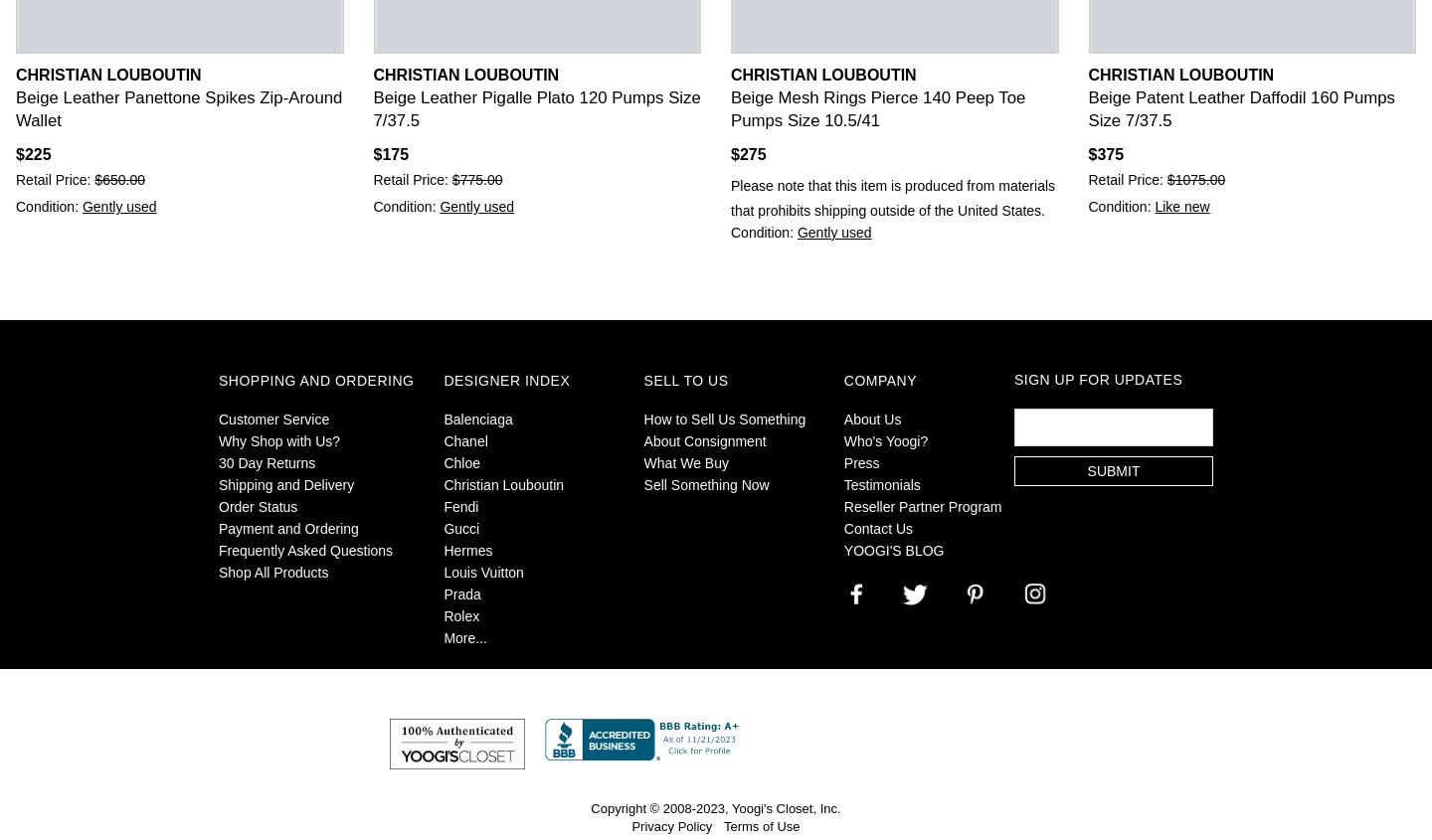 Image resolution: width=1432 pixels, height=840 pixels. What do you see at coordinates (32, 154) in the screenshot?
I see `'$225'` at bounding box center [32, 154].